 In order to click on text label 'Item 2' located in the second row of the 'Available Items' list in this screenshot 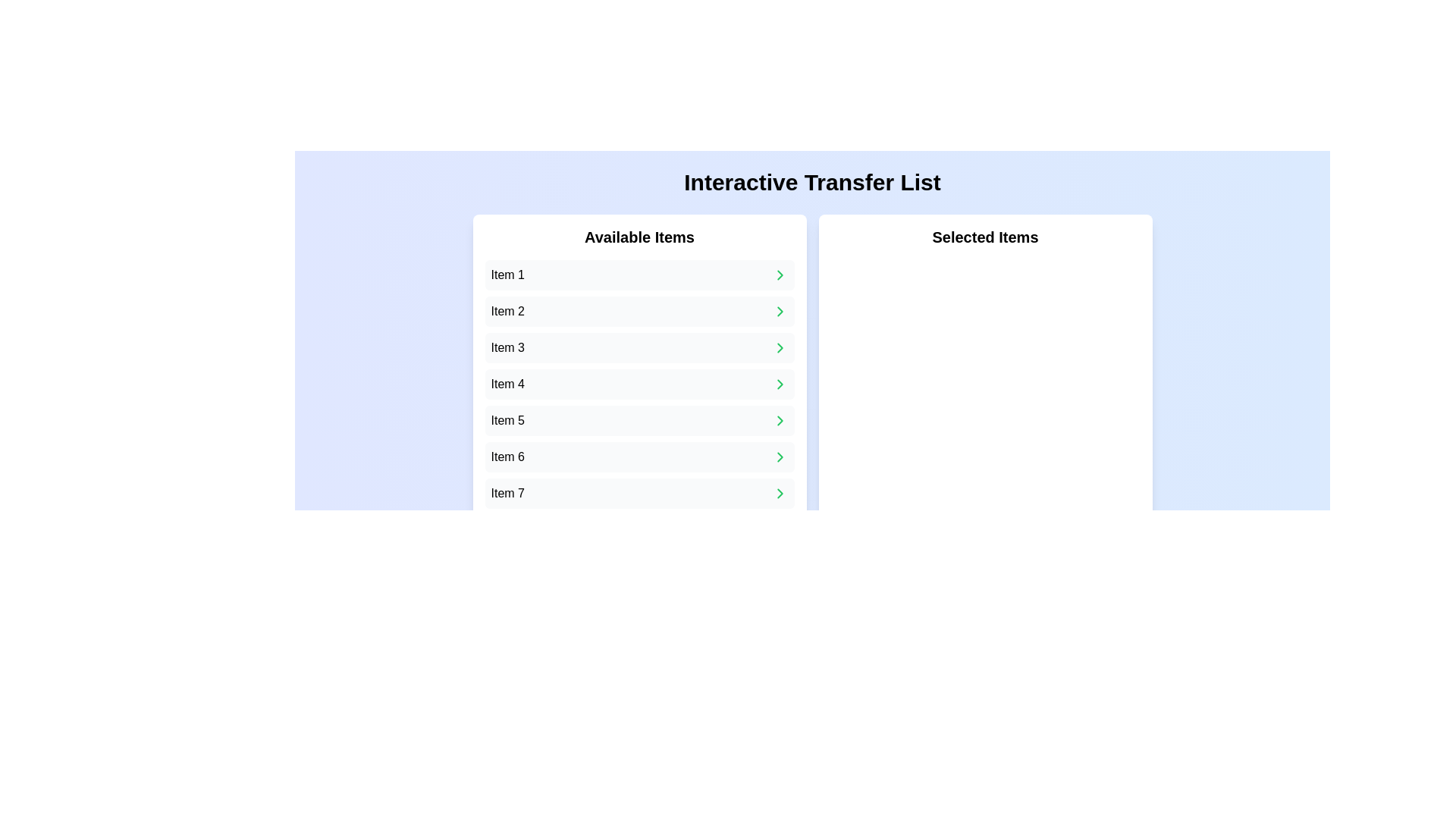, I will do `click(507, 311)`.